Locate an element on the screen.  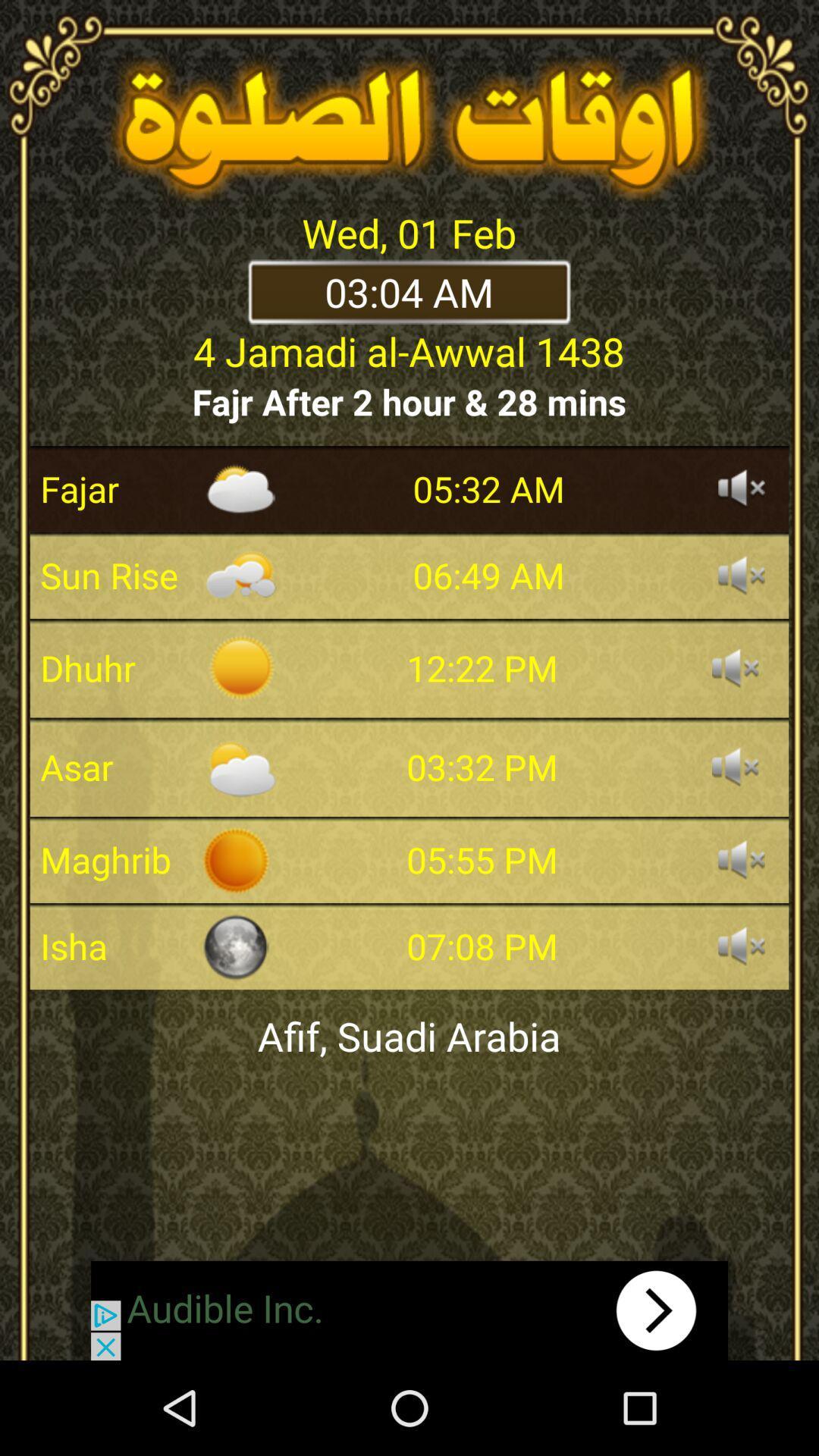
on/off sound is located at coordinates (741, 488).